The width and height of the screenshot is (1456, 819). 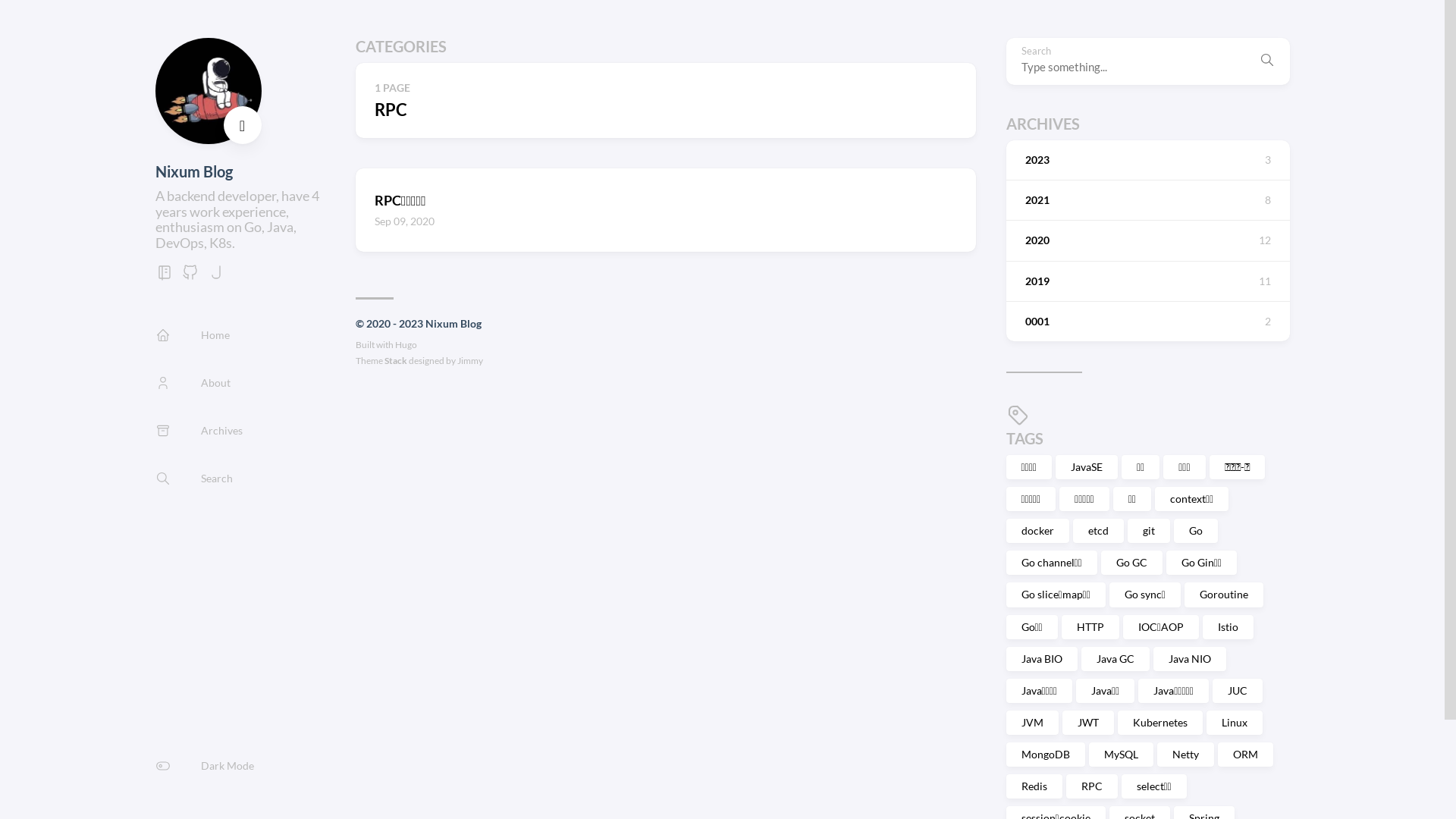 What do you see at coordinates (1033, 786) in the screenshot?
I see `'Redis'` at bounding box center [1033, 786].